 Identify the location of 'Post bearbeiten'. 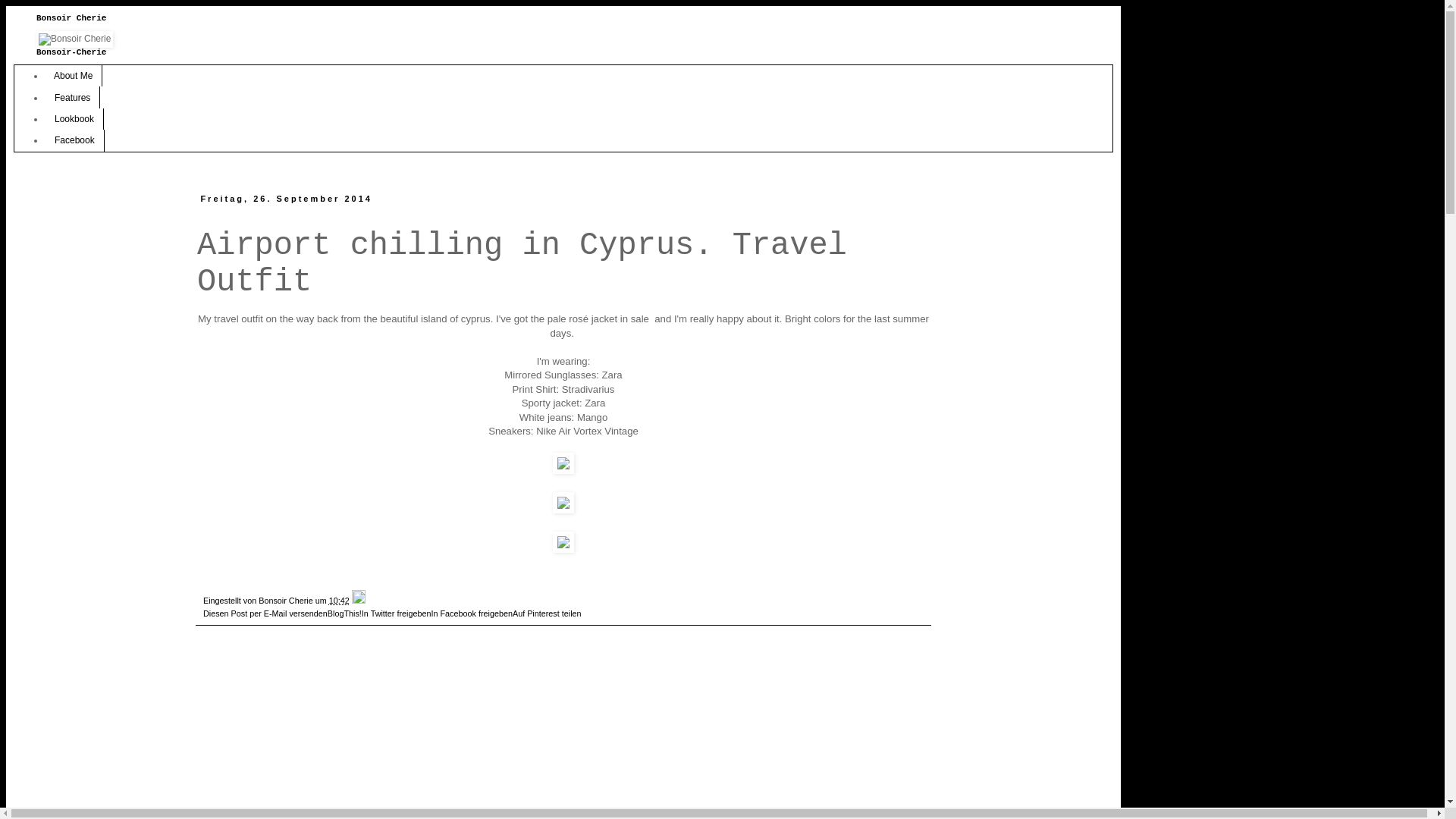
(358, 599).